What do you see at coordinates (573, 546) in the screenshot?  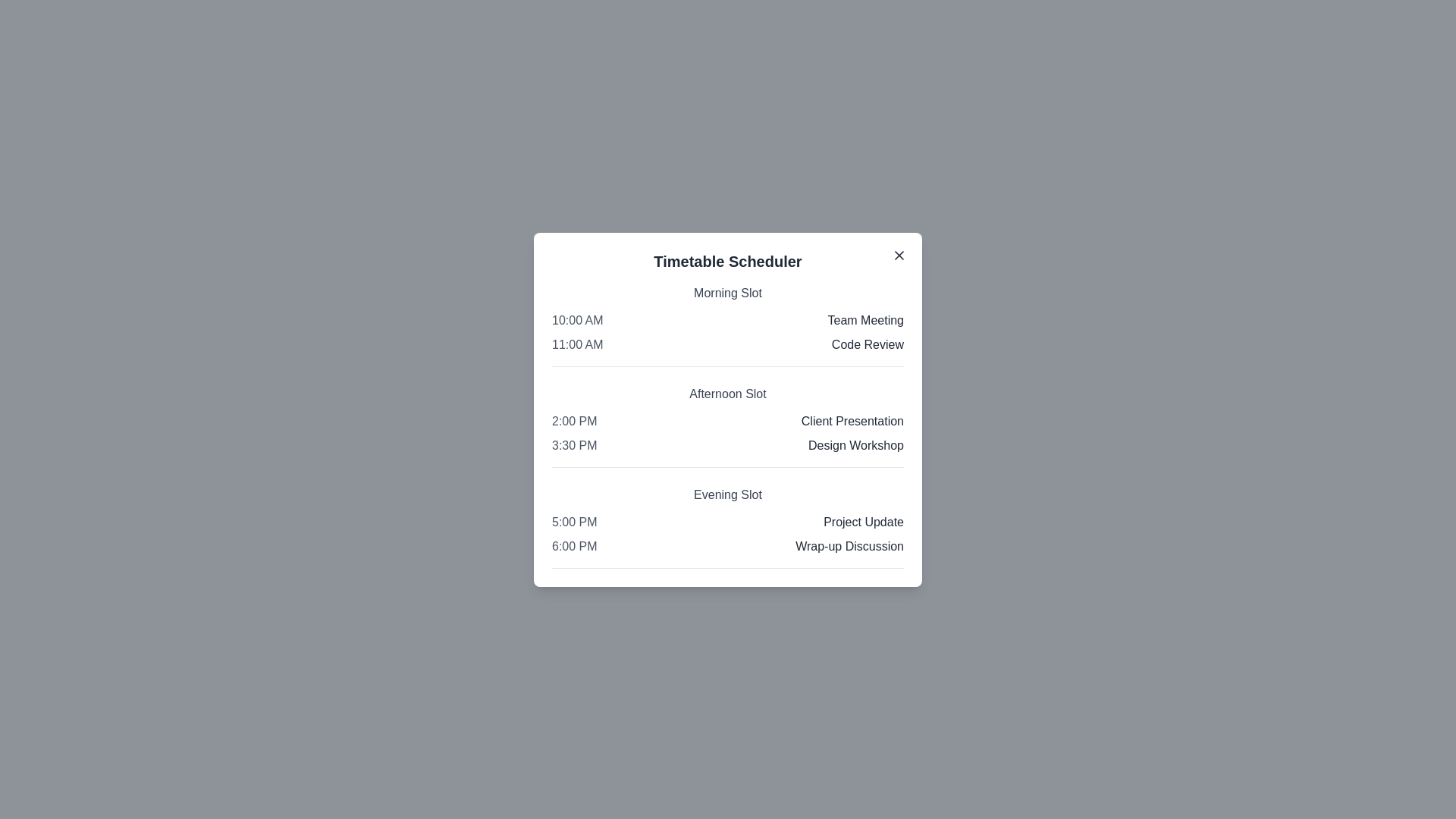 I see `the event time 6:00 PM to select it` at bounding box center [573, 546].